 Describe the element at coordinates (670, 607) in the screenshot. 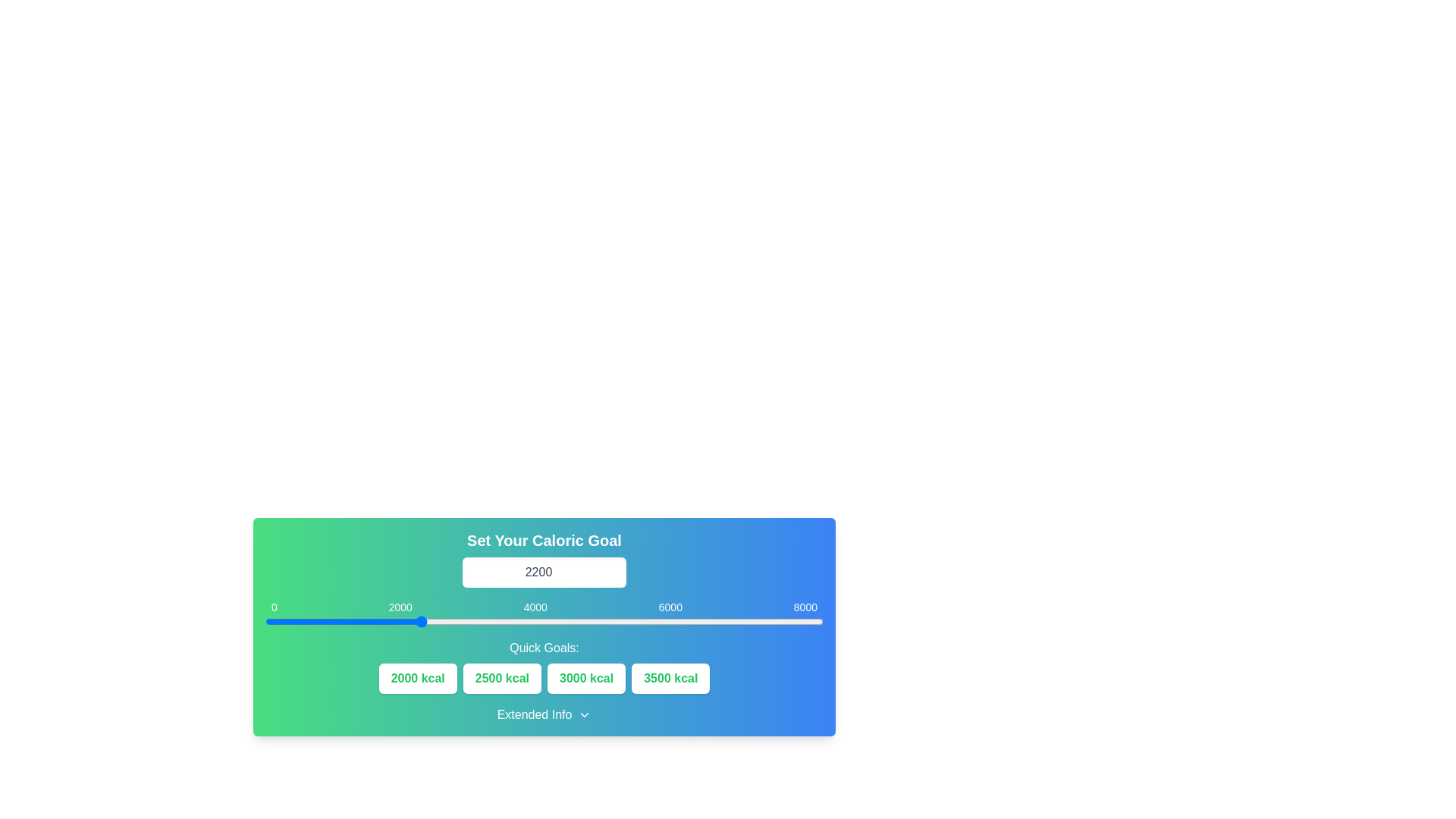

I see `the text label displaying the number '6000', which is the fourth label in a series of numeric labels indicating caloric values, styled with white text on a blue background` at that location.